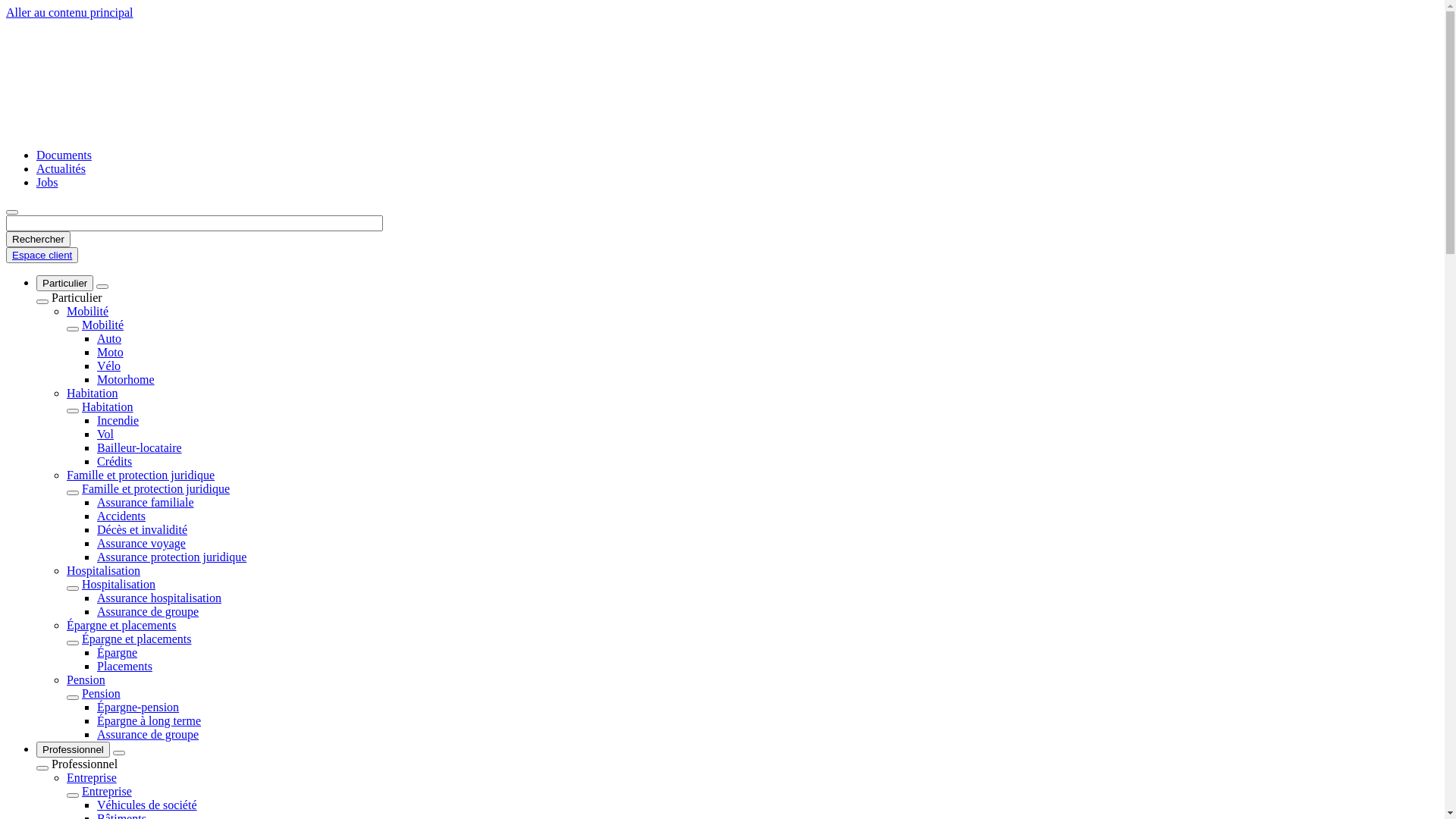 Image resolution: width=1456 pixels, height=819 pixels. Describe the element at coordinates (105, 434) in the screenshot. I see `'Vol'` at that location.